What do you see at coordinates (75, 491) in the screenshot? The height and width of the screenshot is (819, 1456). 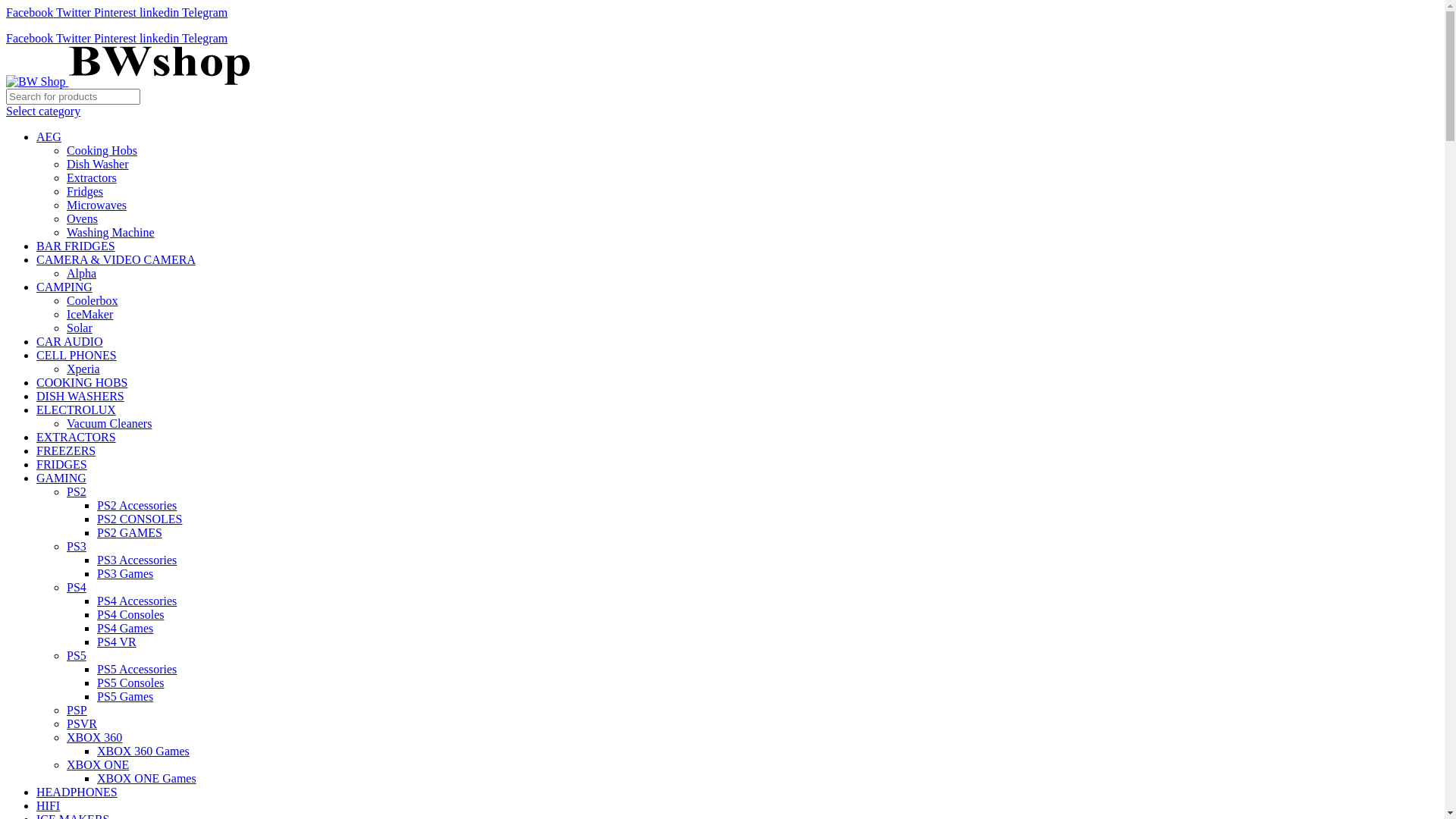 I see `'PS2'` at bounding box center [75, 491].